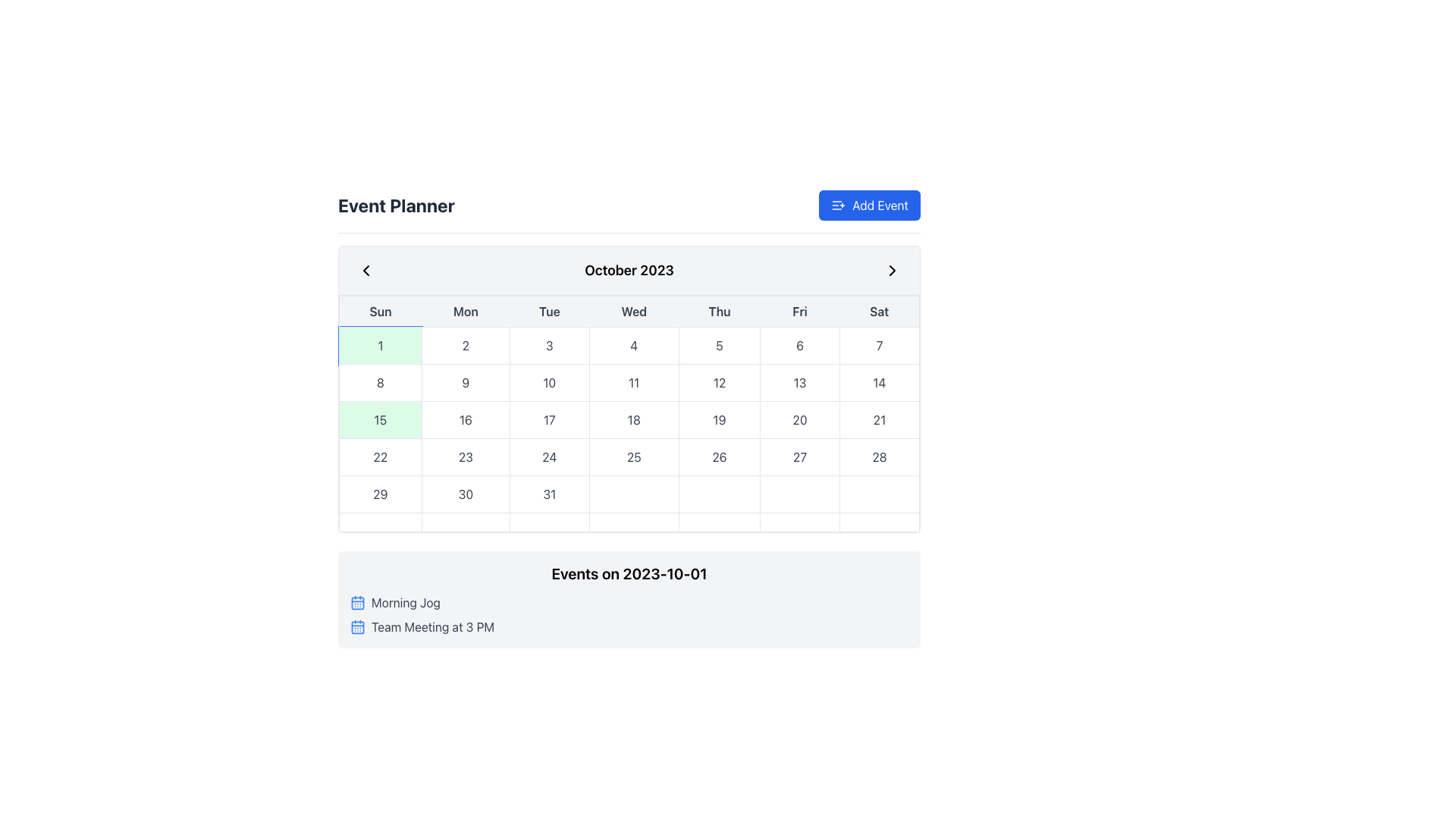 The image size is (1456, 819). What do you see at coordinates (719, 522) in the screenshot?
I see `the fifth selectable block in the last week row of the calendar` at bounding box center [719, 522].